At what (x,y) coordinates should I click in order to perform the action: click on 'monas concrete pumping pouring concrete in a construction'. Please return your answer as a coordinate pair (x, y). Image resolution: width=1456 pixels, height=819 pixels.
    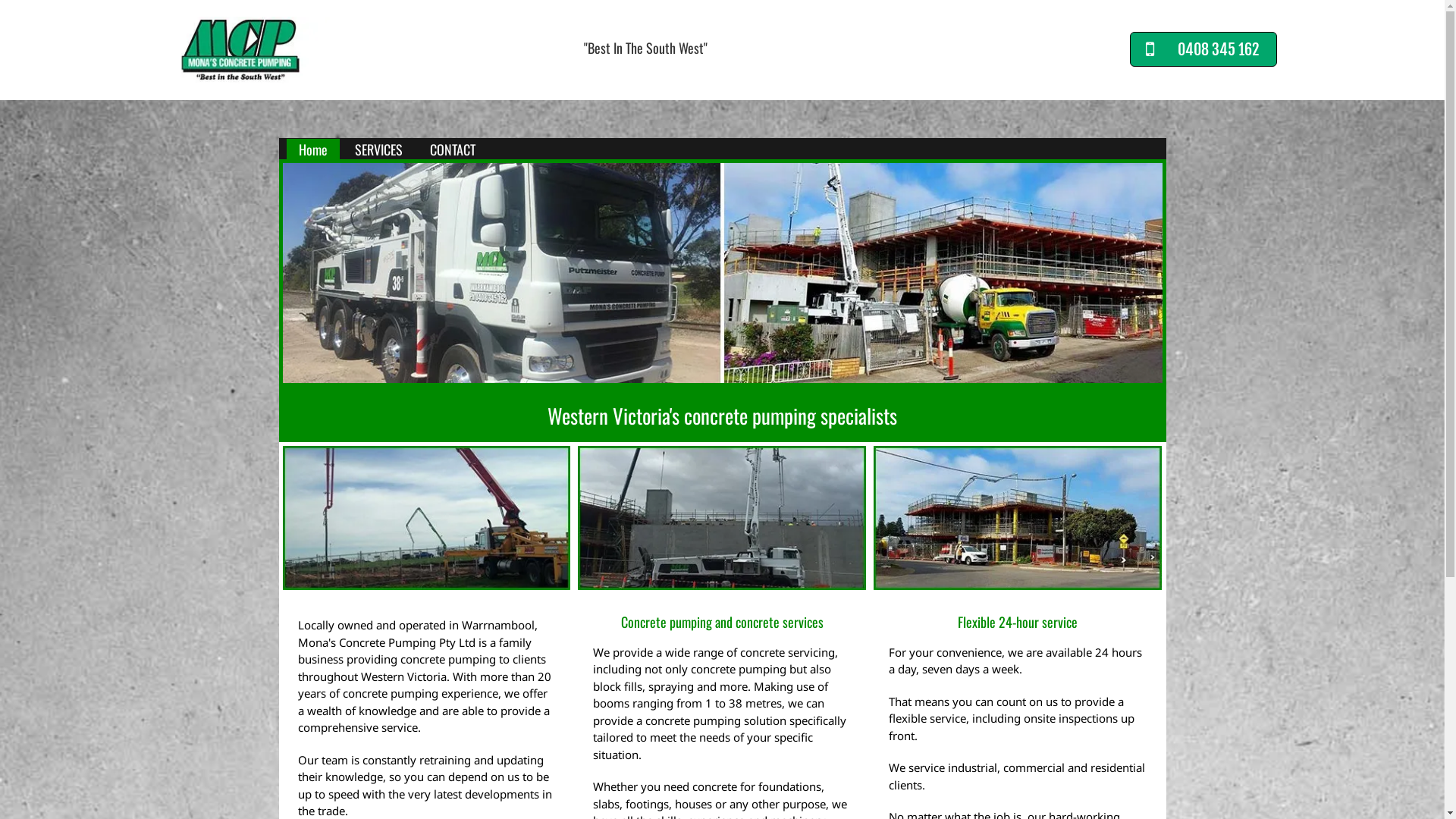
    Looking at the image, I should click on (1018, 516).